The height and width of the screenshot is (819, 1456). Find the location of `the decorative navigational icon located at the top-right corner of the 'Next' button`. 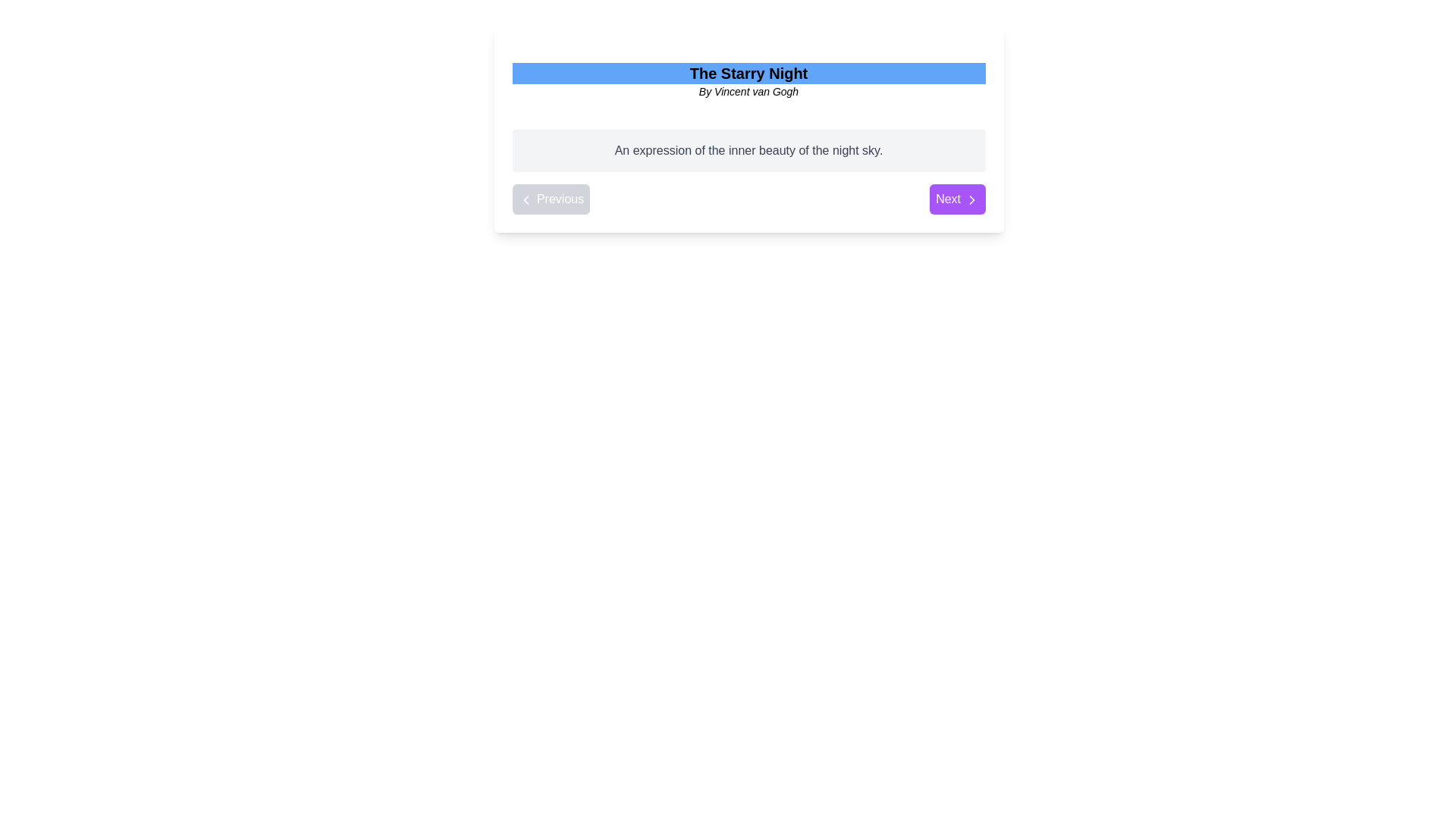

the decorative navigational icon located at the top-right corner of the 'Next' button is located at coordinates (971, 199).